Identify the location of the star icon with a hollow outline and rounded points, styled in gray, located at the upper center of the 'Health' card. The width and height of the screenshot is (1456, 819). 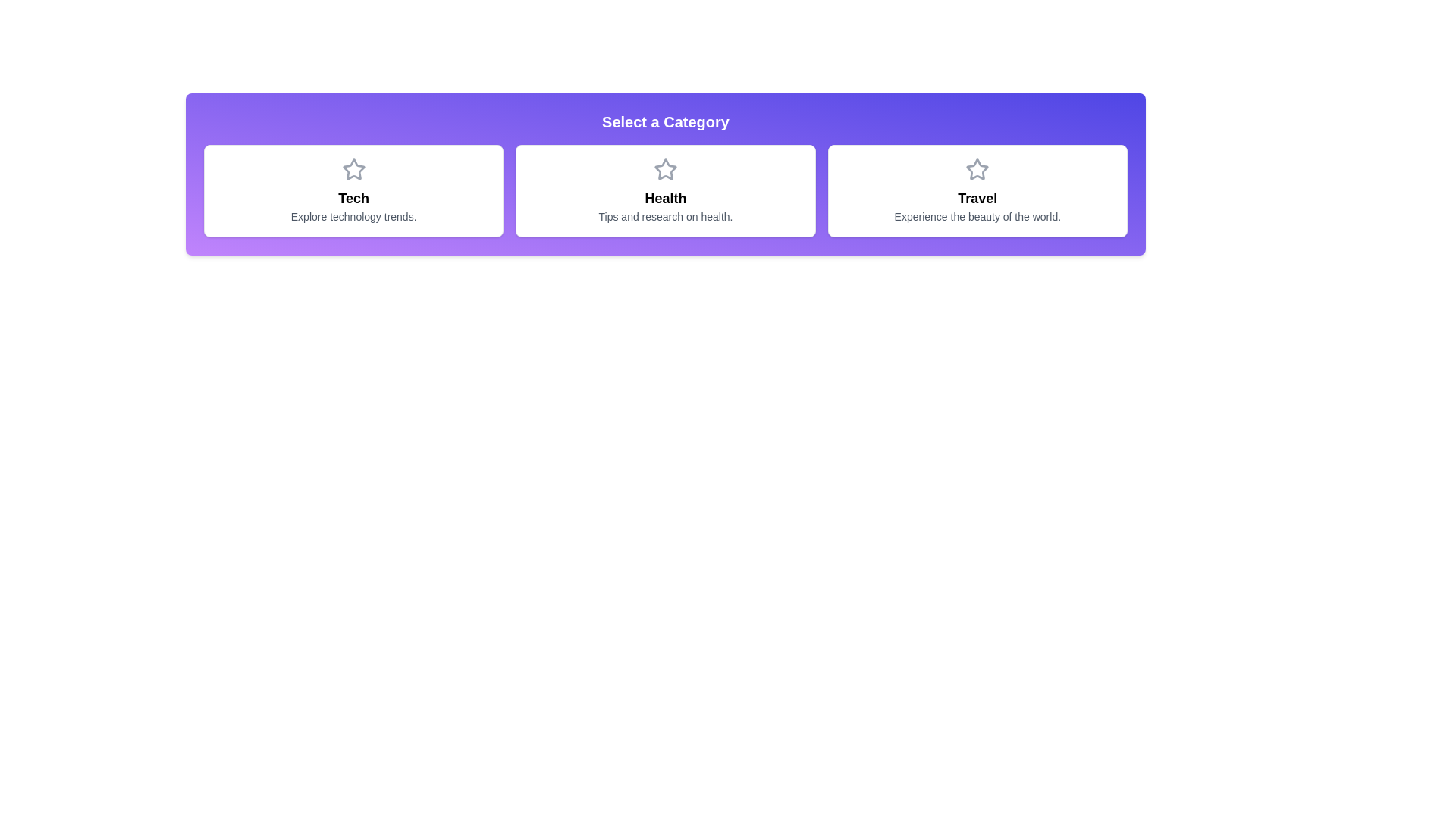
(666, 169).